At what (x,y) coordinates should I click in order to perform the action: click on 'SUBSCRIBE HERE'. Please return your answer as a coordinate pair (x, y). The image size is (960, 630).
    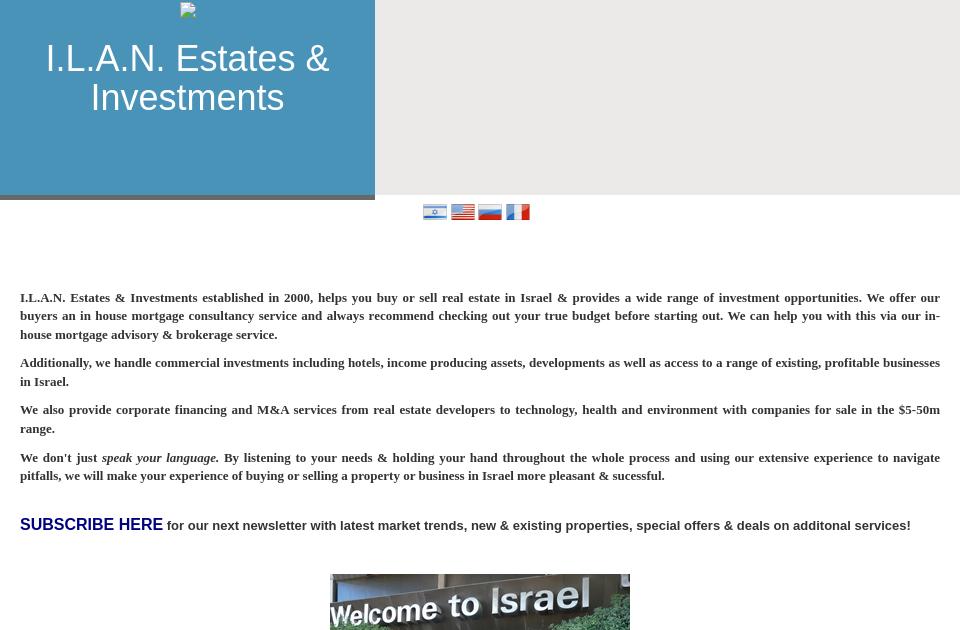
    Looking at the image, I should click on (91, 524).